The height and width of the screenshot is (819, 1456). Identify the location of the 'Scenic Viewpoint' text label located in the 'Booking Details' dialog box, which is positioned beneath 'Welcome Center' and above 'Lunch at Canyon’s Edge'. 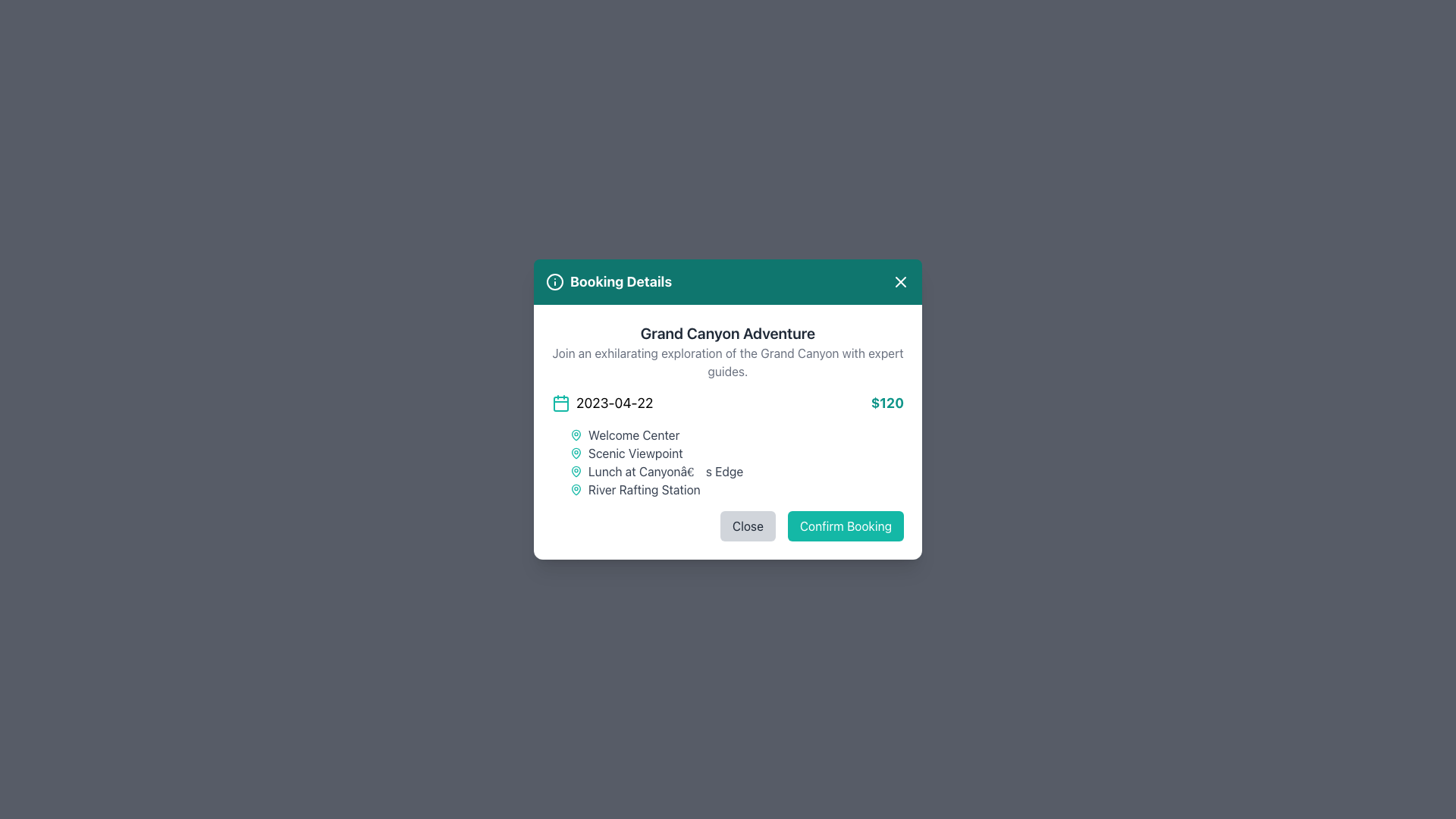
(635, 452).